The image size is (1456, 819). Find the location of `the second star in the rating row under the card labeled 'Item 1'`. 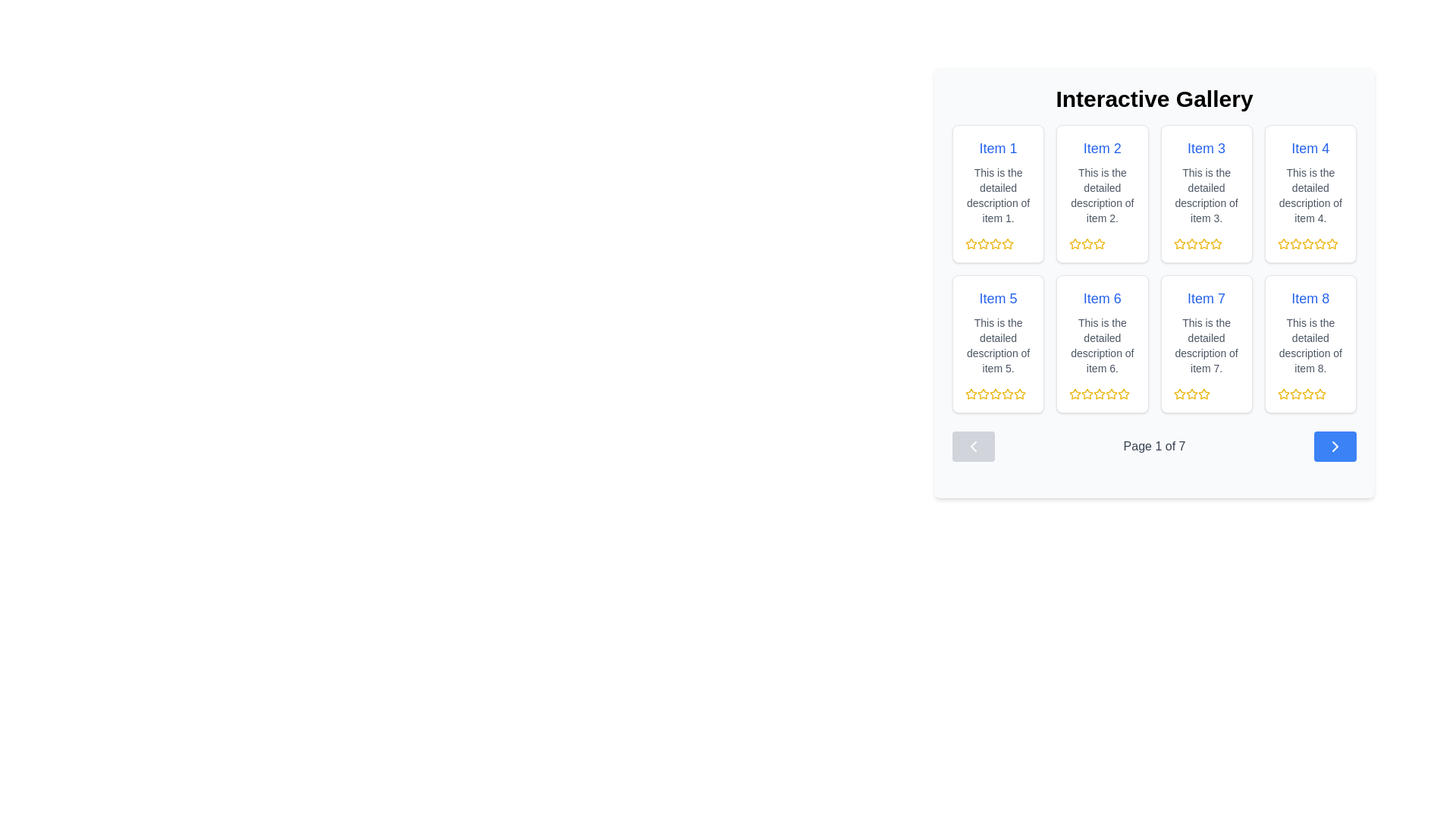

the second star in the rating row under the card labeled 'Item 1' is located at coordinates (996, 243).